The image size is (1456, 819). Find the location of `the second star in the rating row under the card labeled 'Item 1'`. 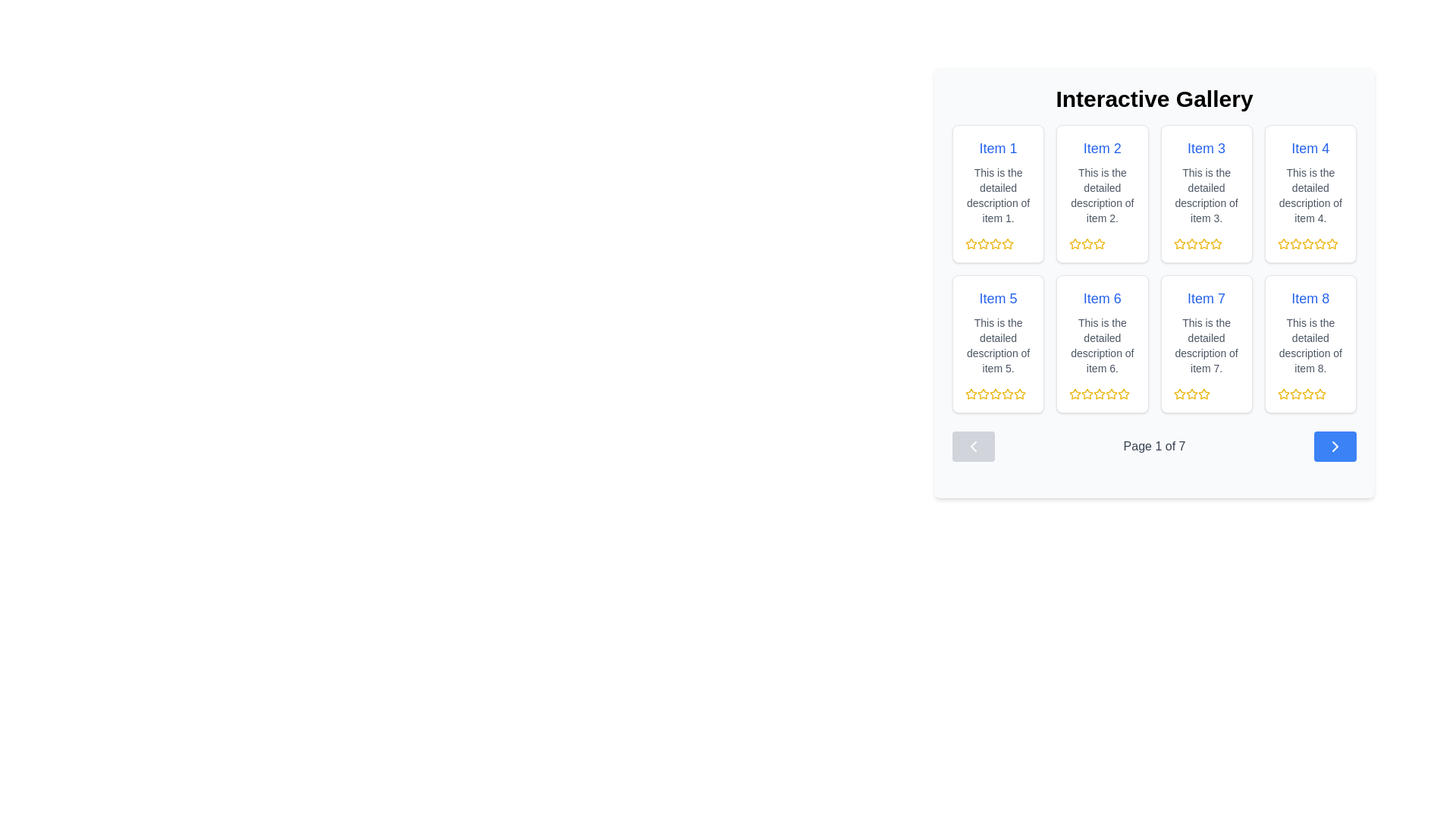

the second star in the rating row under the card labeled 'Item 1' is located at coordinates (996, 243).